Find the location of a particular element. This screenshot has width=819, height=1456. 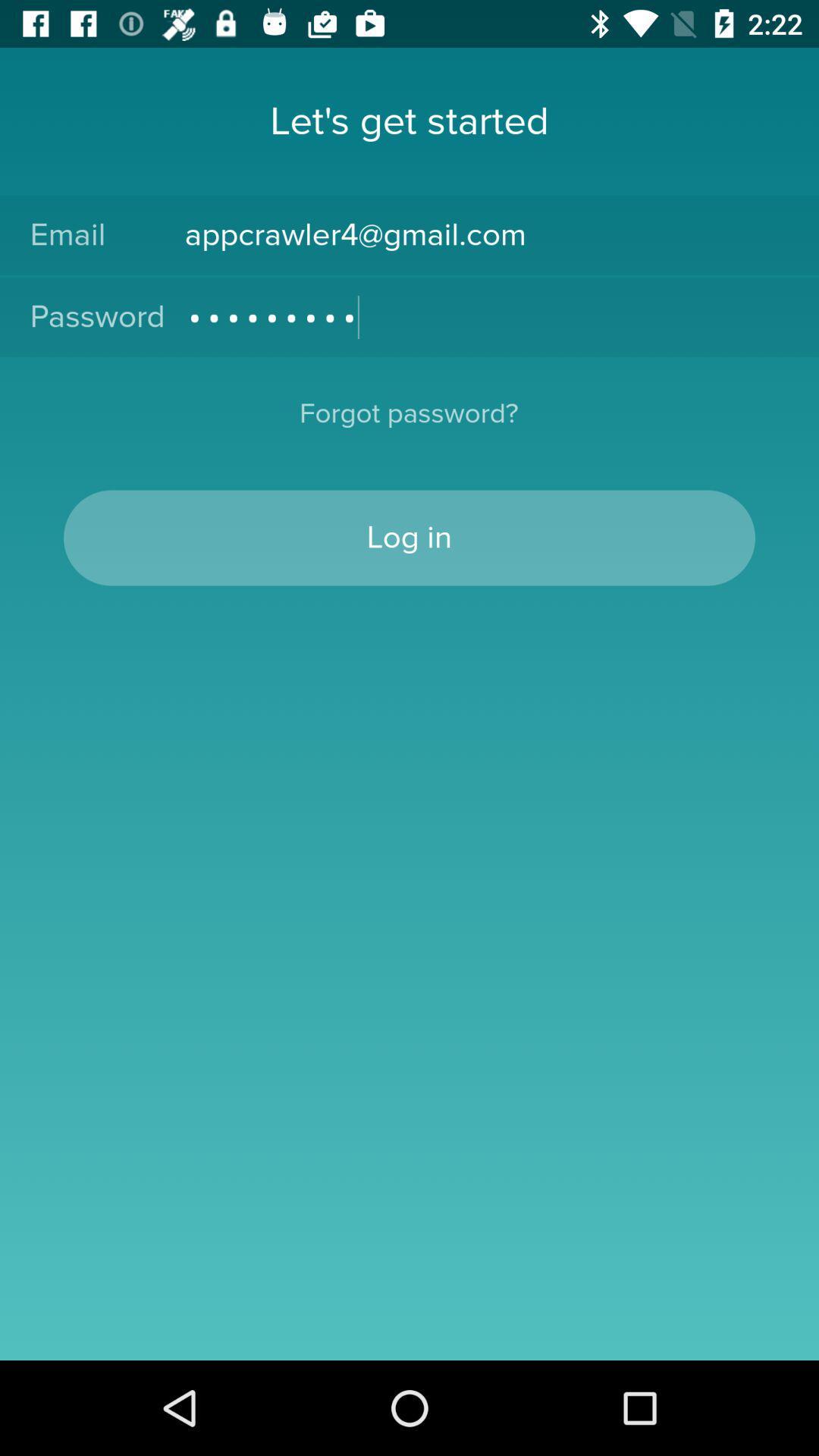

log in is located at coordinates (409, 538).